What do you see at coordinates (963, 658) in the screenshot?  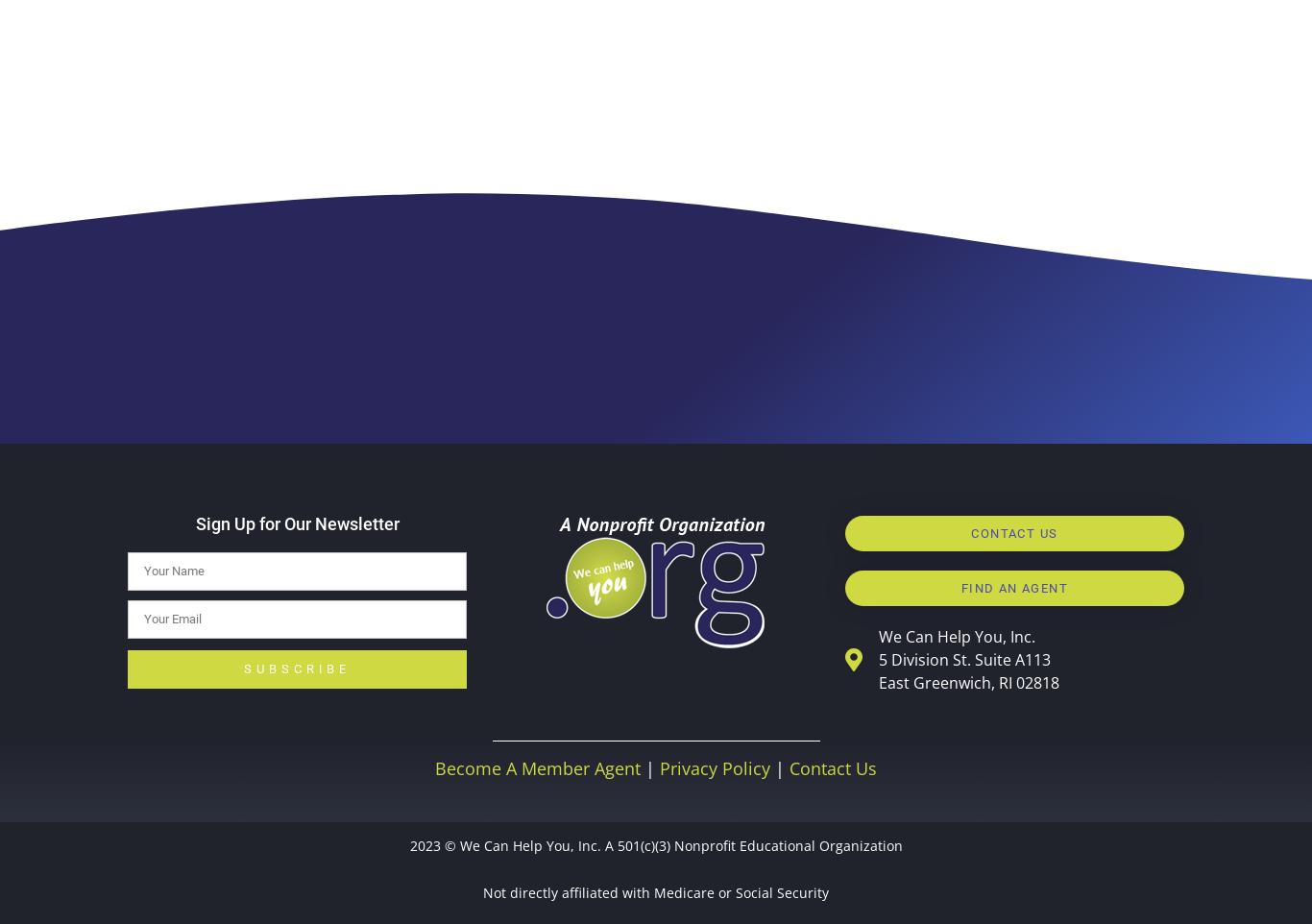 I see `'5 Division St. Suite A113'` at bounding box center [963, 658].